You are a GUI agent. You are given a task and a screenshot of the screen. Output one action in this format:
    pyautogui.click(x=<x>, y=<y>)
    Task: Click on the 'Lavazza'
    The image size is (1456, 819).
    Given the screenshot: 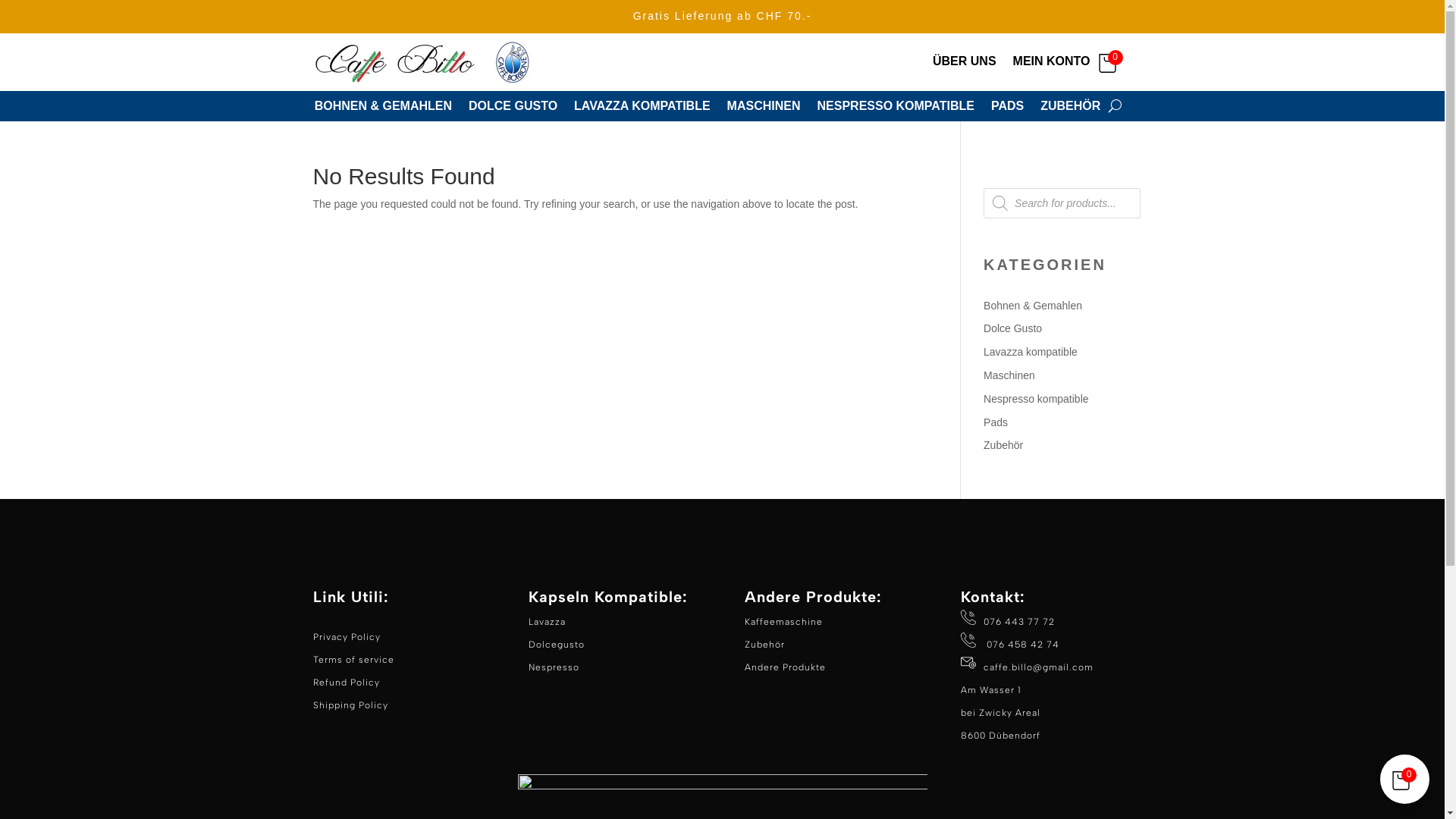 What is the action you would take?
    pyautogui.click(x=546, y=622)
    